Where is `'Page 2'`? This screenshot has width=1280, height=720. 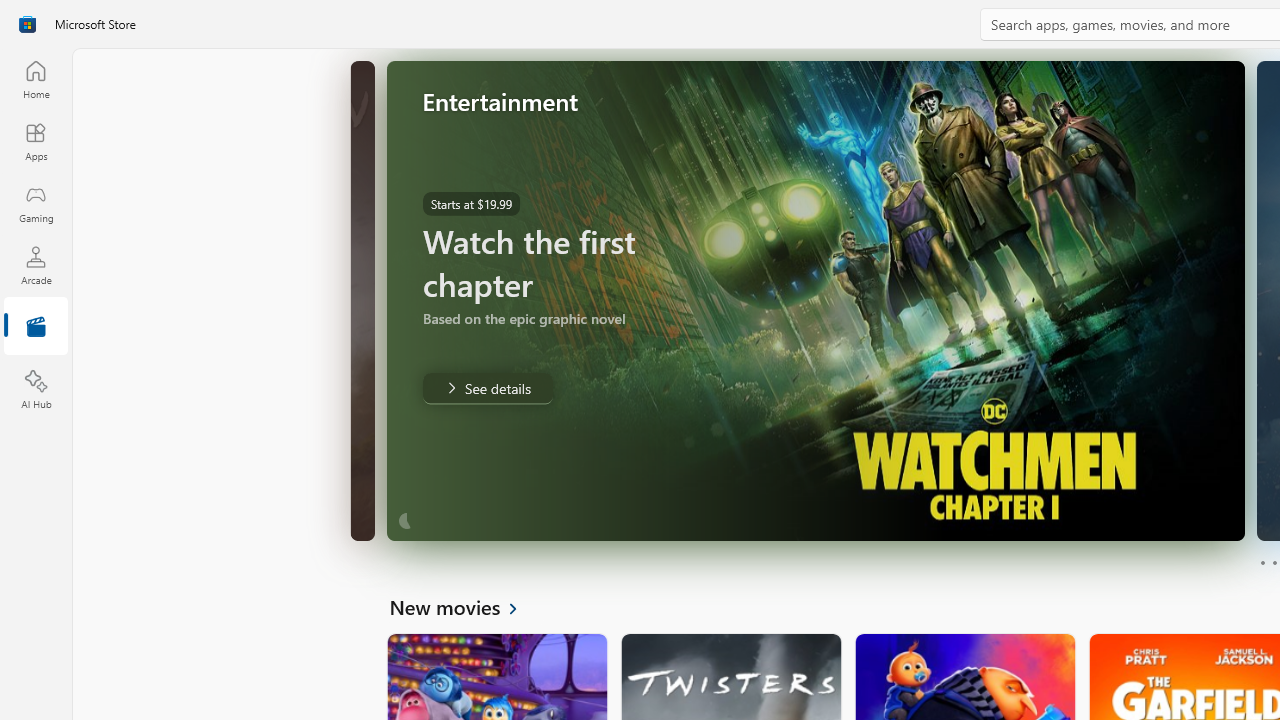
'Page 2' is located at coordinates (1273, 563).